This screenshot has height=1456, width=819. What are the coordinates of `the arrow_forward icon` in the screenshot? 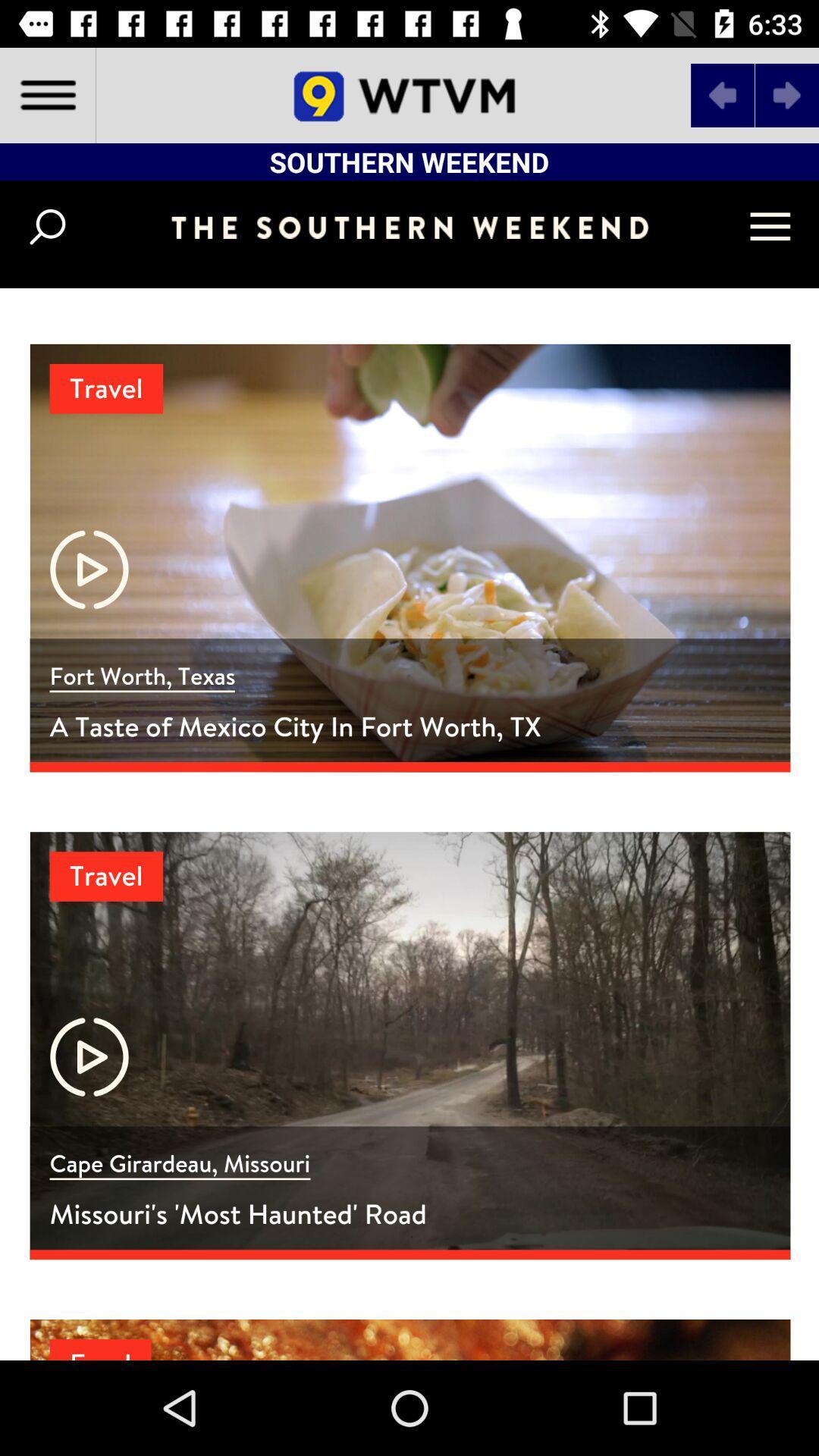 It's located at (786, 94).